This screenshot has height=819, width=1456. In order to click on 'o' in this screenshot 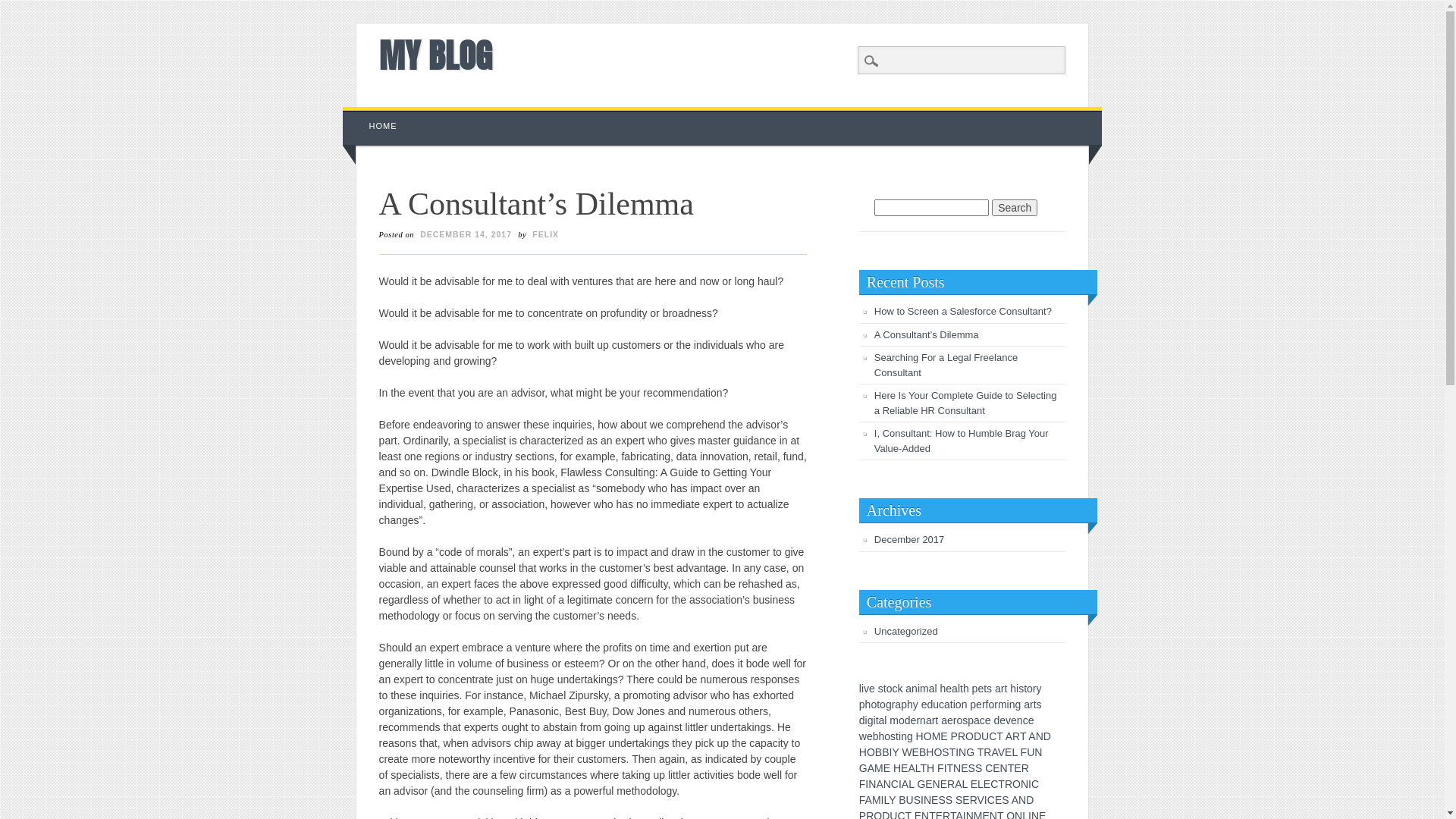, I will do `click(874, 704)`.